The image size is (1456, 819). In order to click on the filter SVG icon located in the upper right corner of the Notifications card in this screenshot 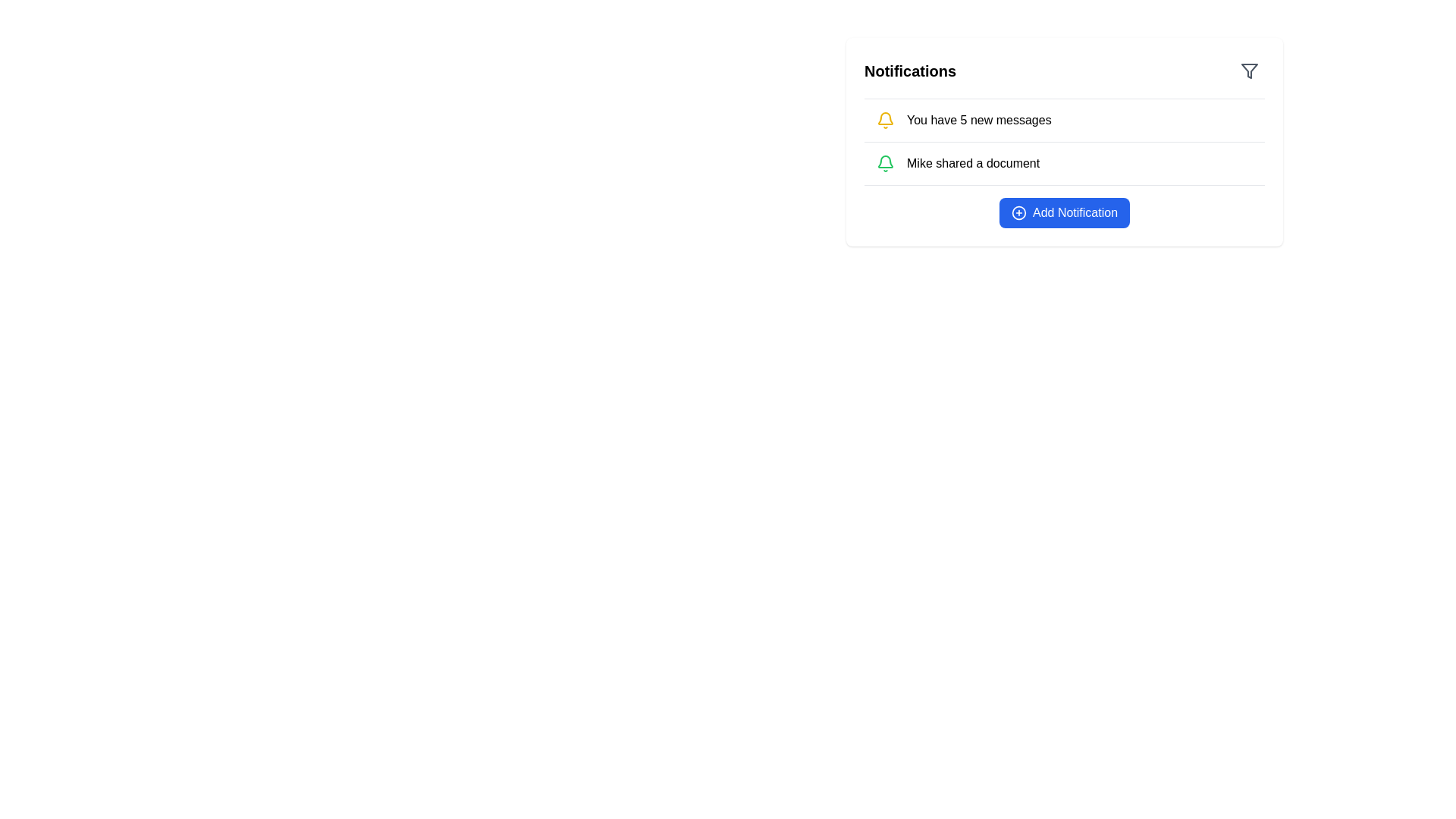, I will do `click(1249, 71)`.